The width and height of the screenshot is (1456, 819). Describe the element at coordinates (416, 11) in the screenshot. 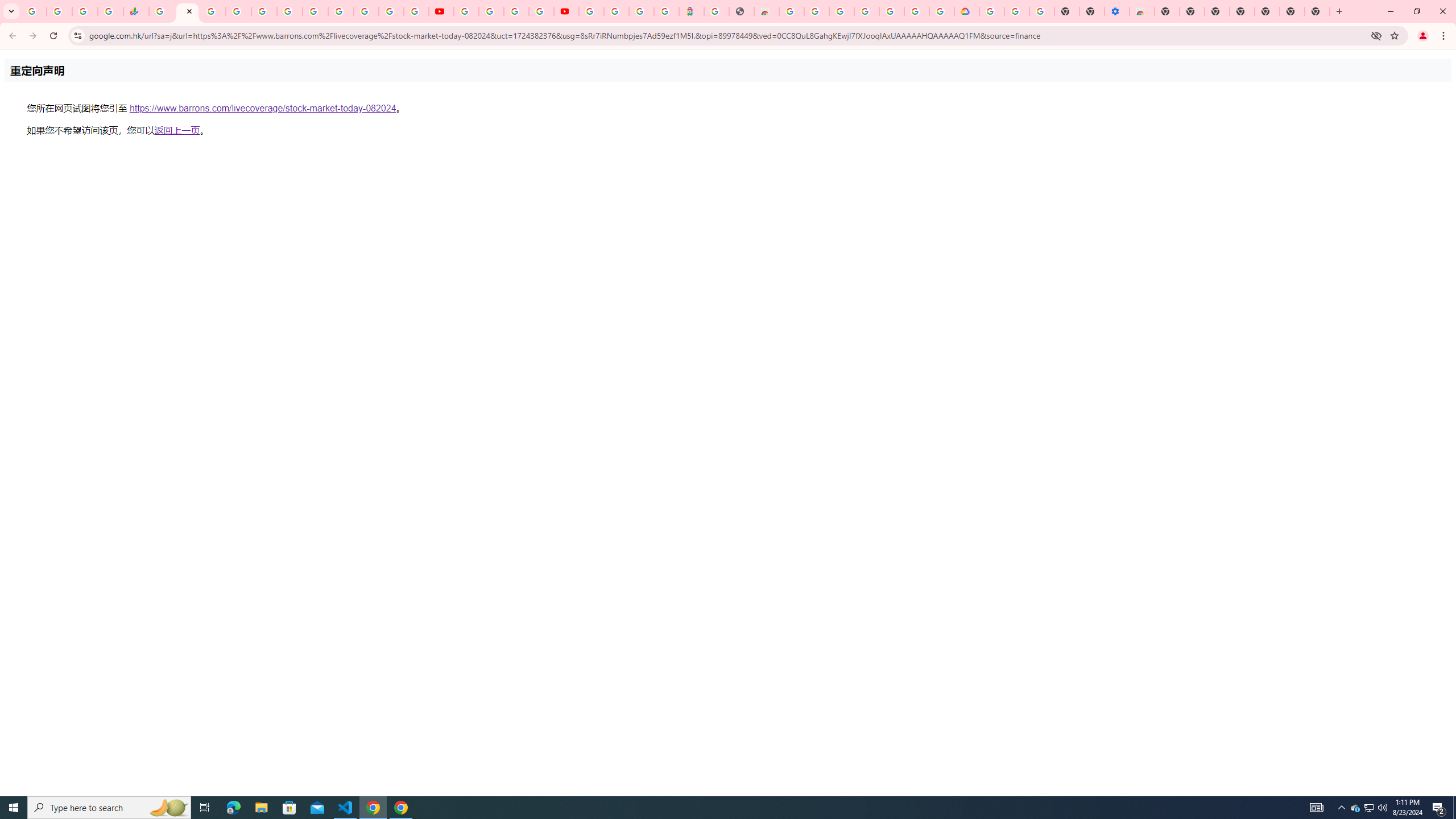

I see `'Privacy Checkup'` at that location.